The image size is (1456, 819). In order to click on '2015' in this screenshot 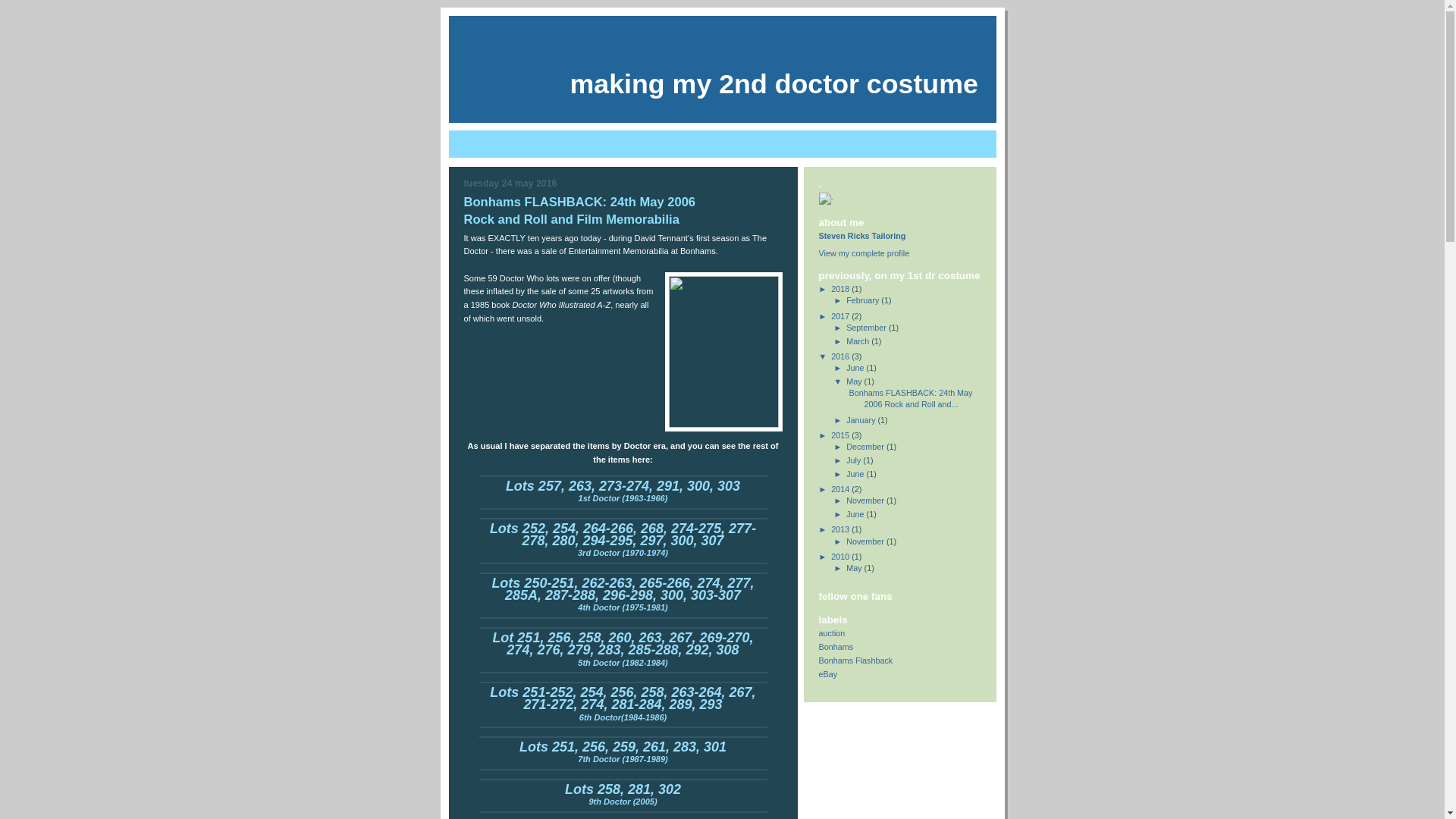, I will do `click(840, 435)`.